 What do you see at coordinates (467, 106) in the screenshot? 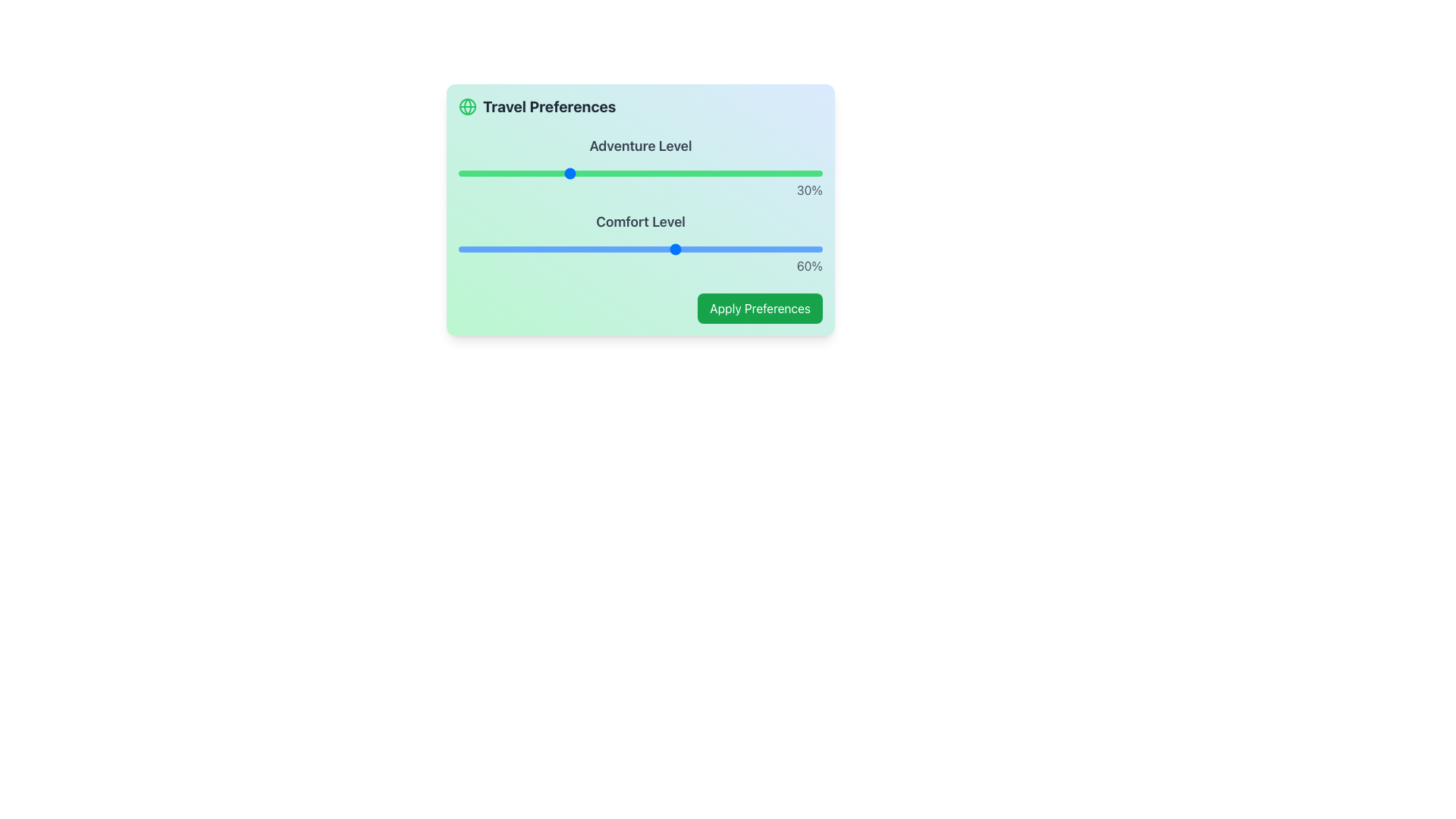
I see `the curving line within the globe icon that enhances the 'Travel Preferences' heading located at the top-left side of the interface card` at bounding box center [467, 106].